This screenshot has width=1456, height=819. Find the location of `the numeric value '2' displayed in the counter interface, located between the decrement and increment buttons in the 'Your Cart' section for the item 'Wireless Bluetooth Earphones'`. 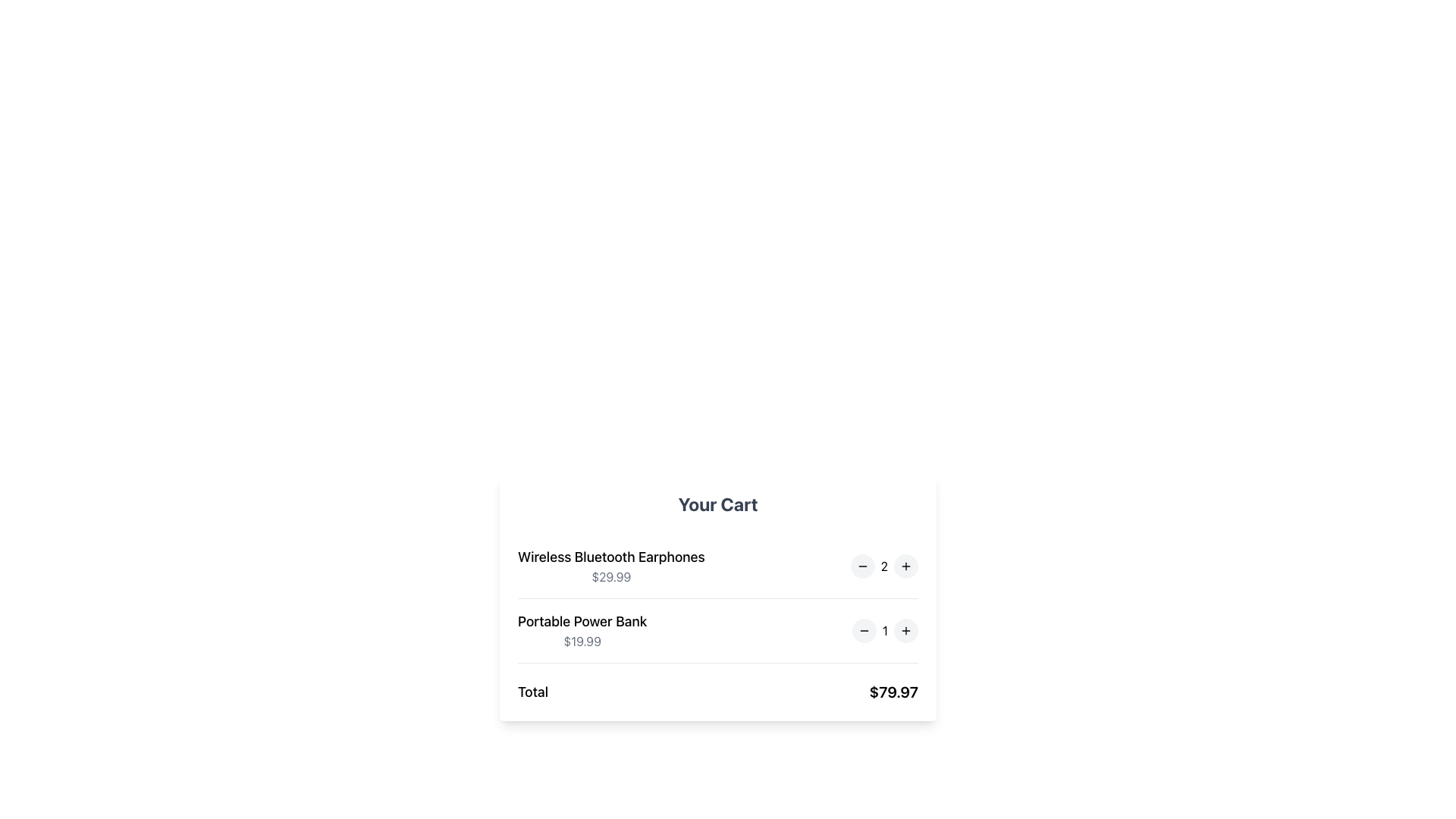

the numeric value '2' displayed in the counter interface, located between the decrement and increment buttons in the 'Your Cart' section for the item 'Wireless Bluetooth Earphones' is located at coordinates (884, 566).